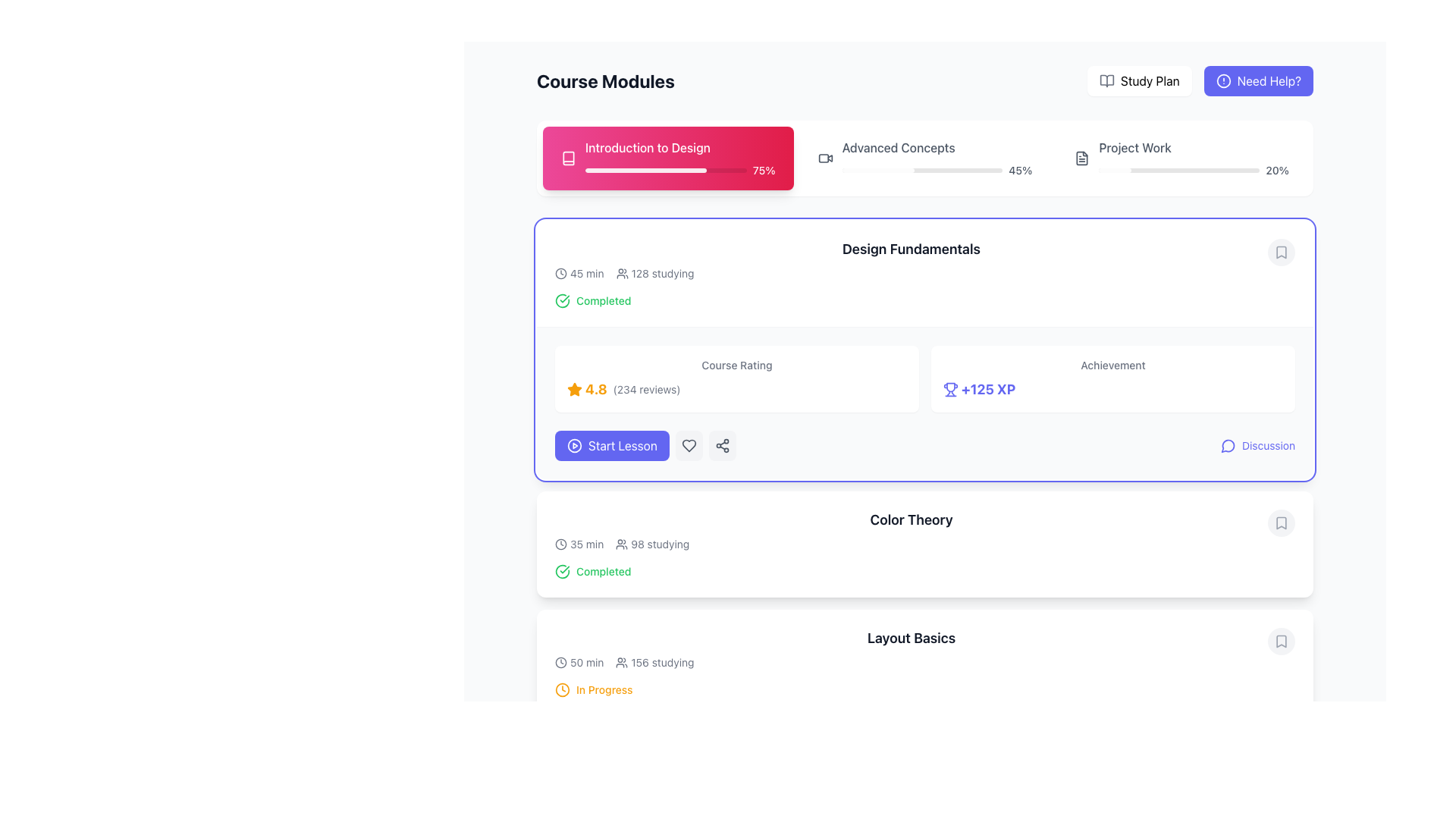  What do you see at coordinates (721, 444) in the screenshot?
I see `the share icon button, which is represented by three connected dots forming a triangular structure, located within the 'Design Fundamentals' module card` at bounding box center [721, 444].